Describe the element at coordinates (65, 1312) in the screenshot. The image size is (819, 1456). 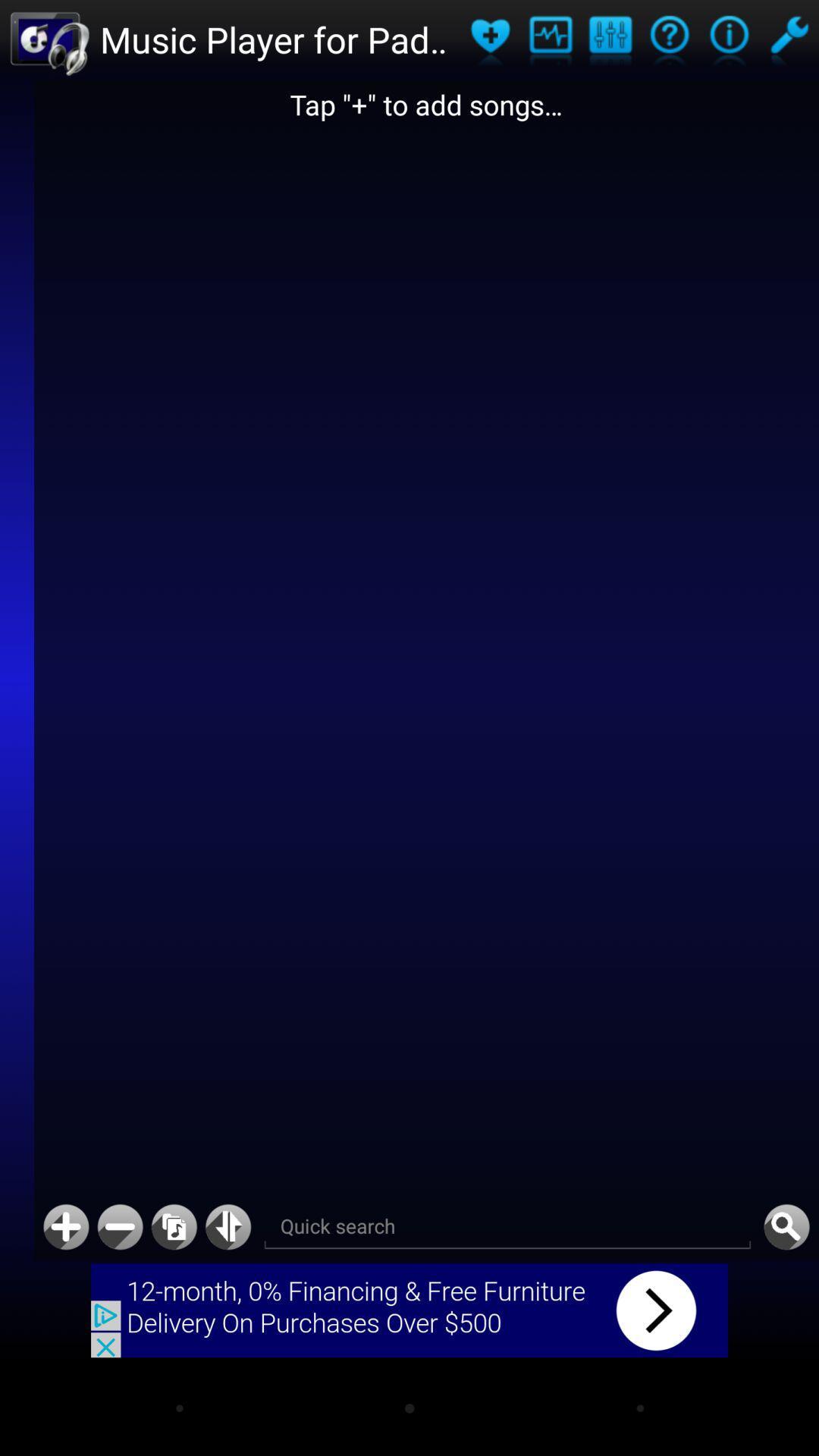
I see `the add icon` at that location.